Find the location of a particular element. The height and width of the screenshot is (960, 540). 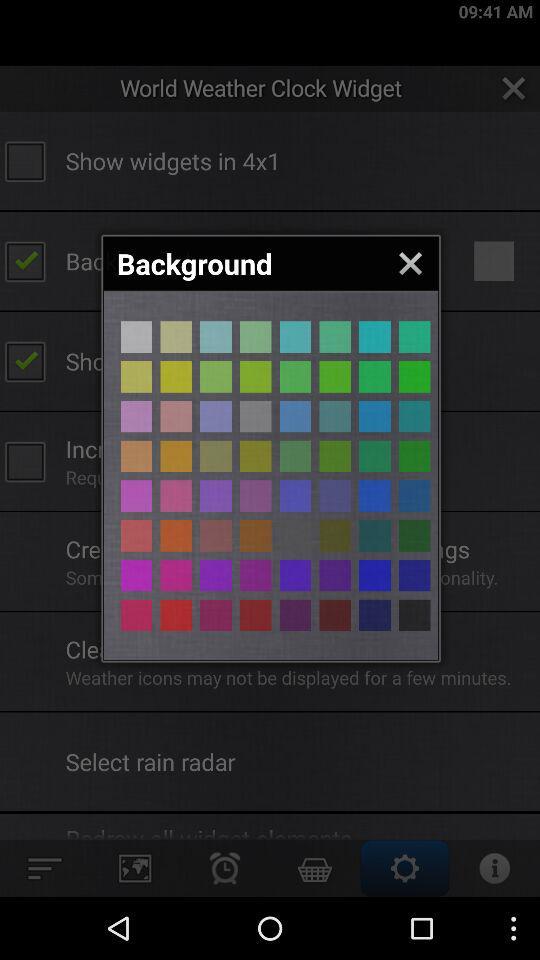

color is located at coordinates (413, 614).